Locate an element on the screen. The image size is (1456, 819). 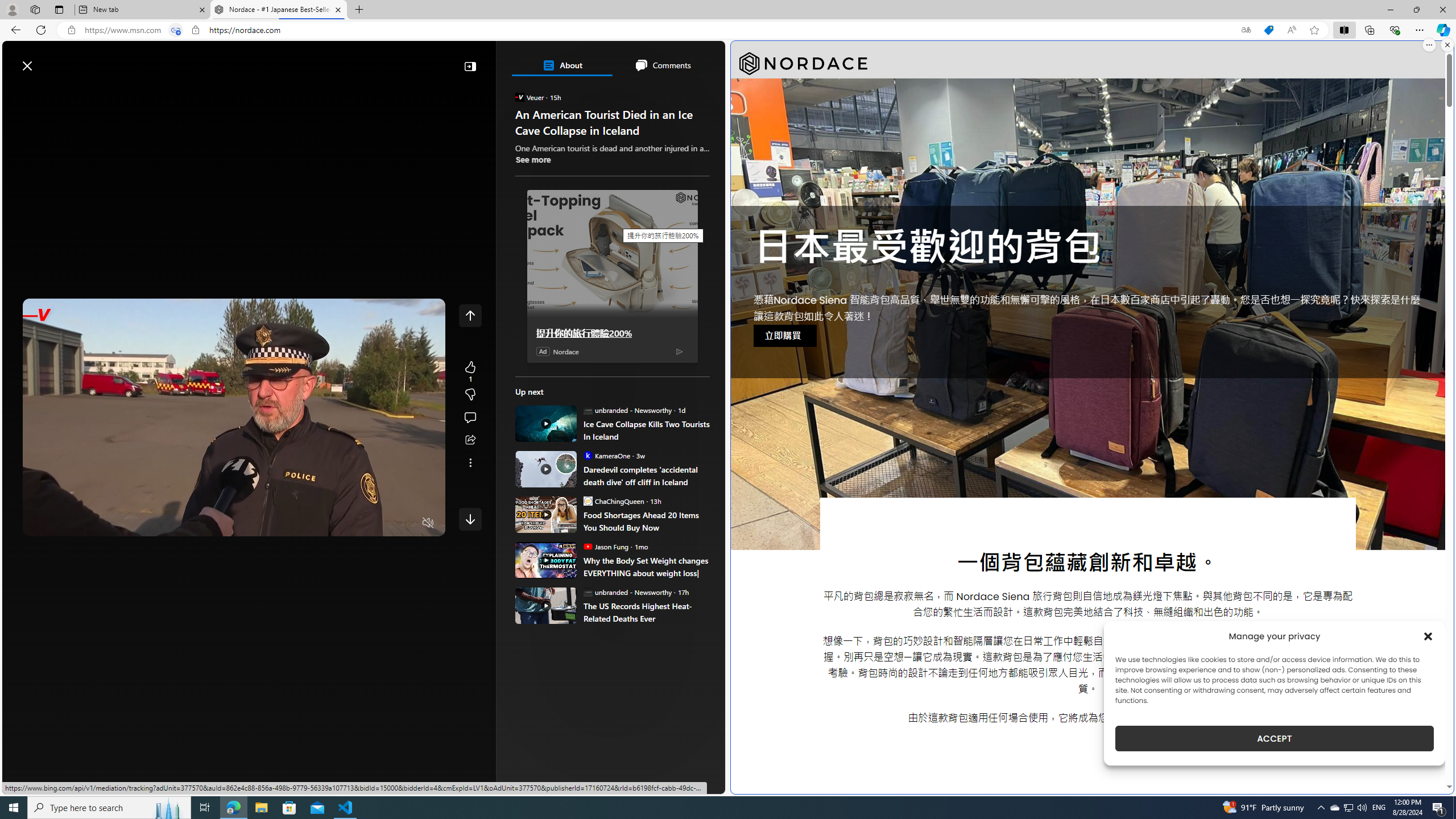
'KameraOne KameraOne' is located at coordinates (606, 455).